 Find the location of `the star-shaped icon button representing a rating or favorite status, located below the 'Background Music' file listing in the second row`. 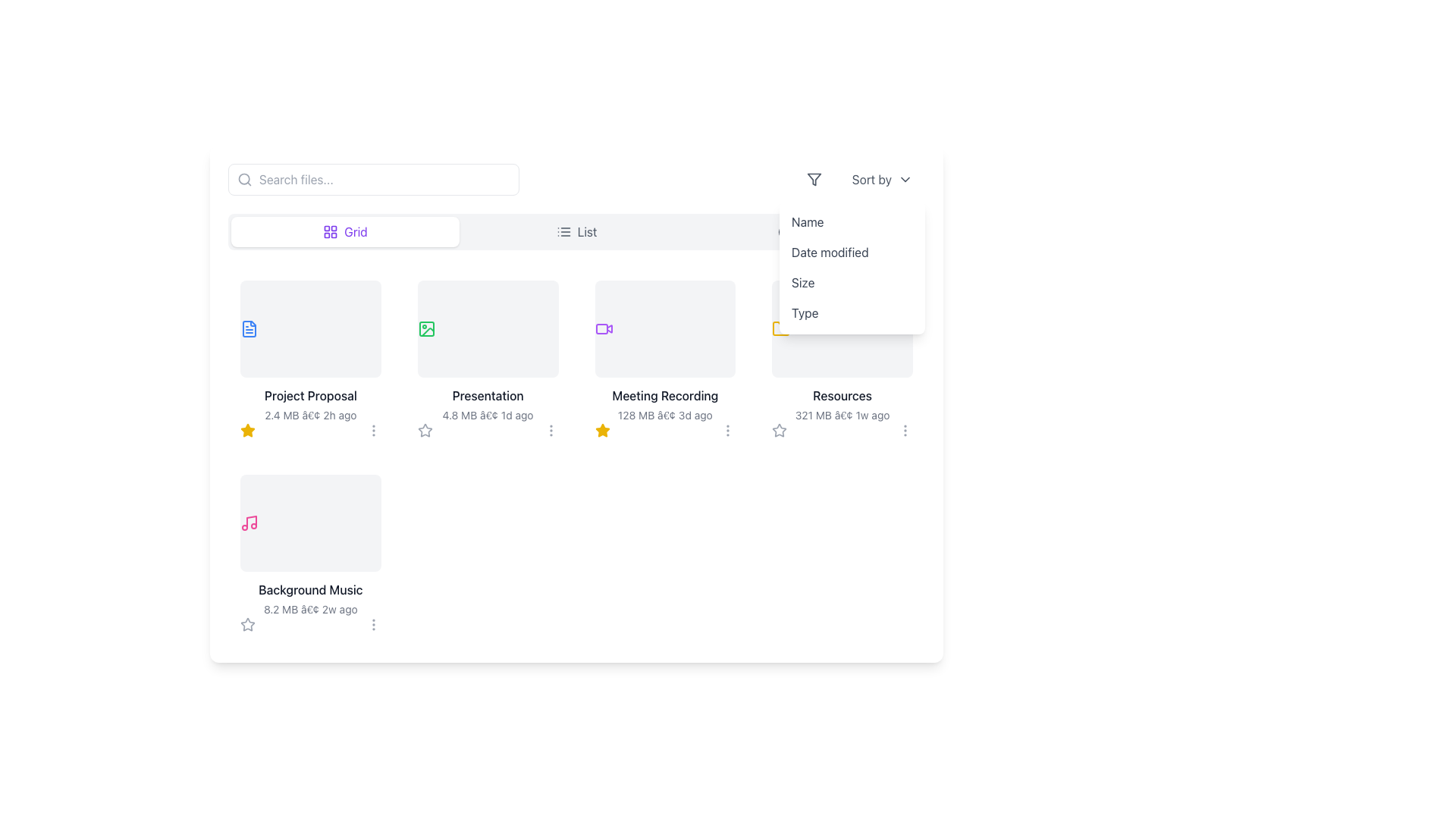

the star-shaped icon button representing a rating or favorite status, located below the 'Background Music' file listing in the second row is located at coordinates (247, 625).